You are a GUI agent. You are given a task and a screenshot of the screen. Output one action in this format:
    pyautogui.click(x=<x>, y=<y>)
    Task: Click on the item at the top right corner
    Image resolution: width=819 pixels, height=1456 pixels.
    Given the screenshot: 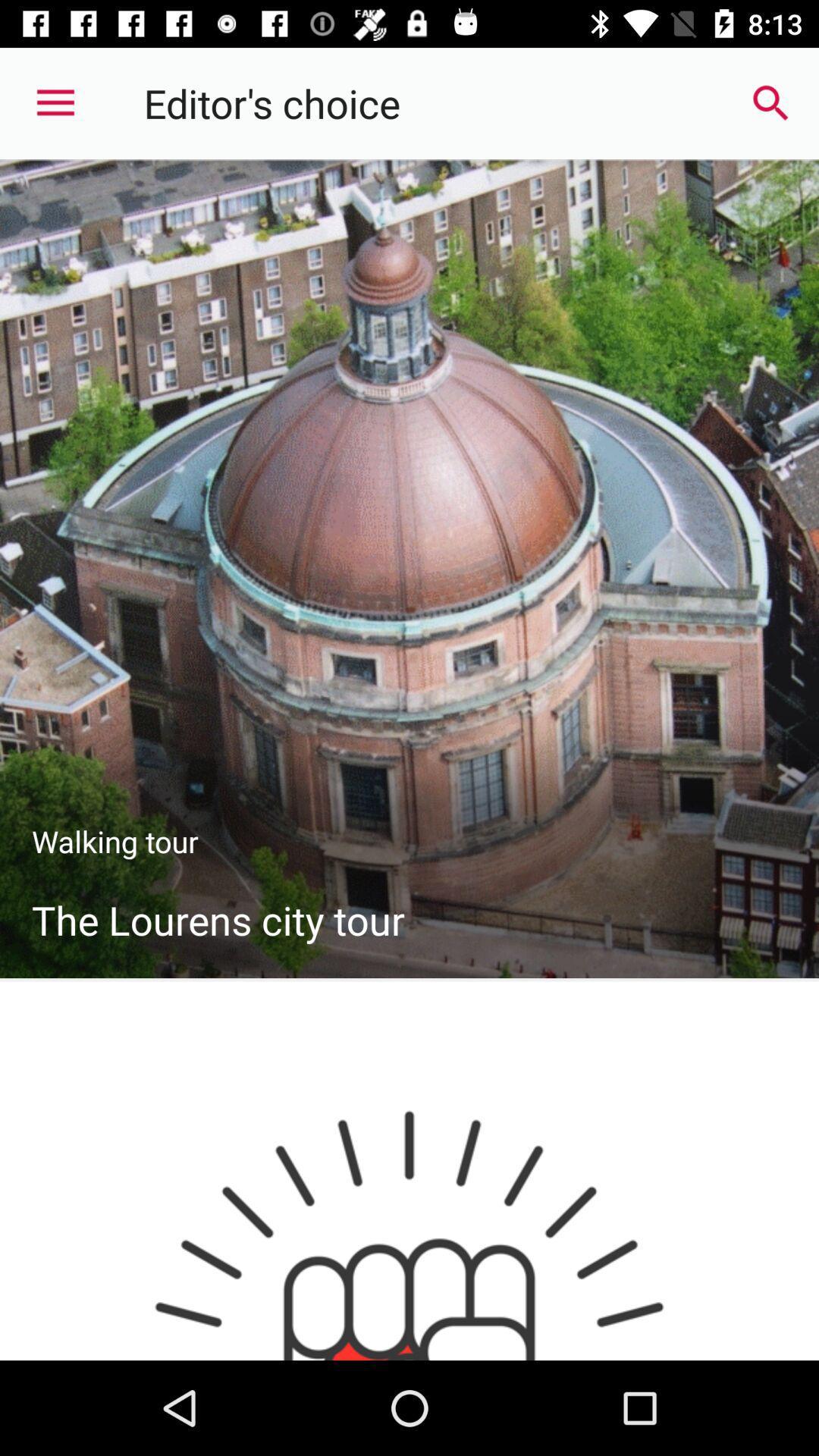 What is the action you would take?
    pyautogui.click(x=771, y=102)
    